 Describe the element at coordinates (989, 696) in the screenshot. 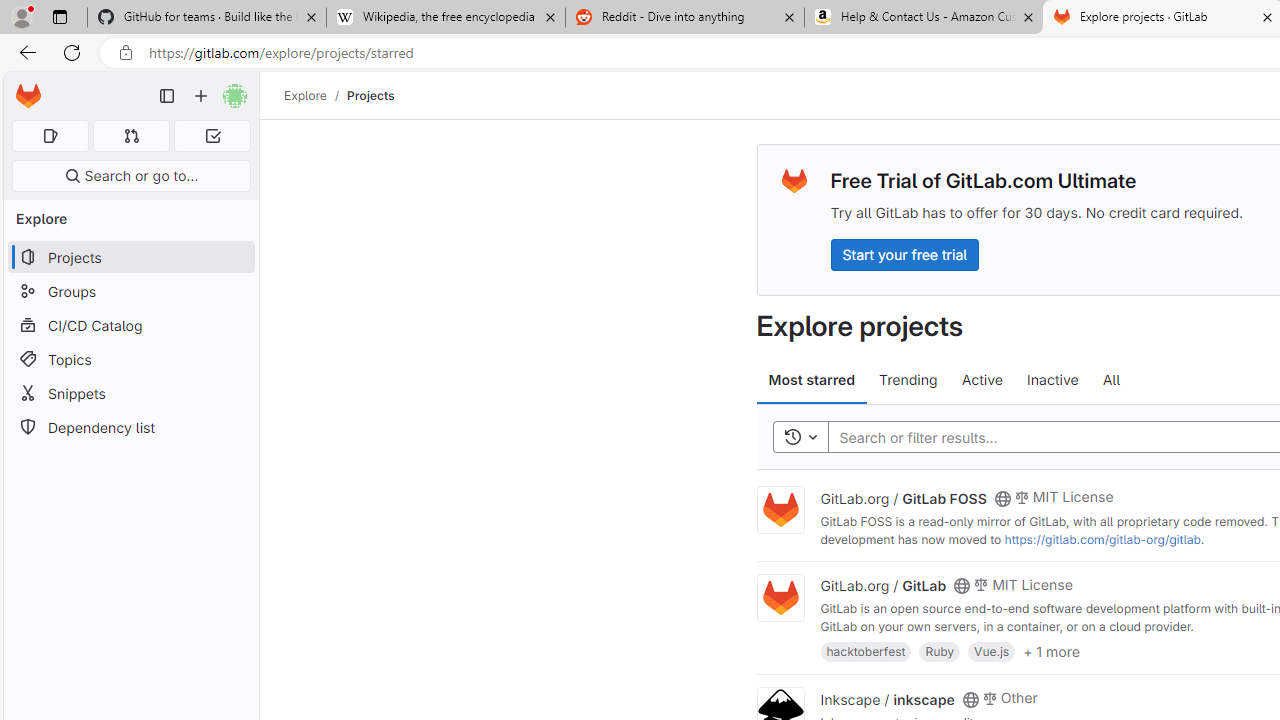

I see `'Class: s14 gl-mr-2'` at that location.